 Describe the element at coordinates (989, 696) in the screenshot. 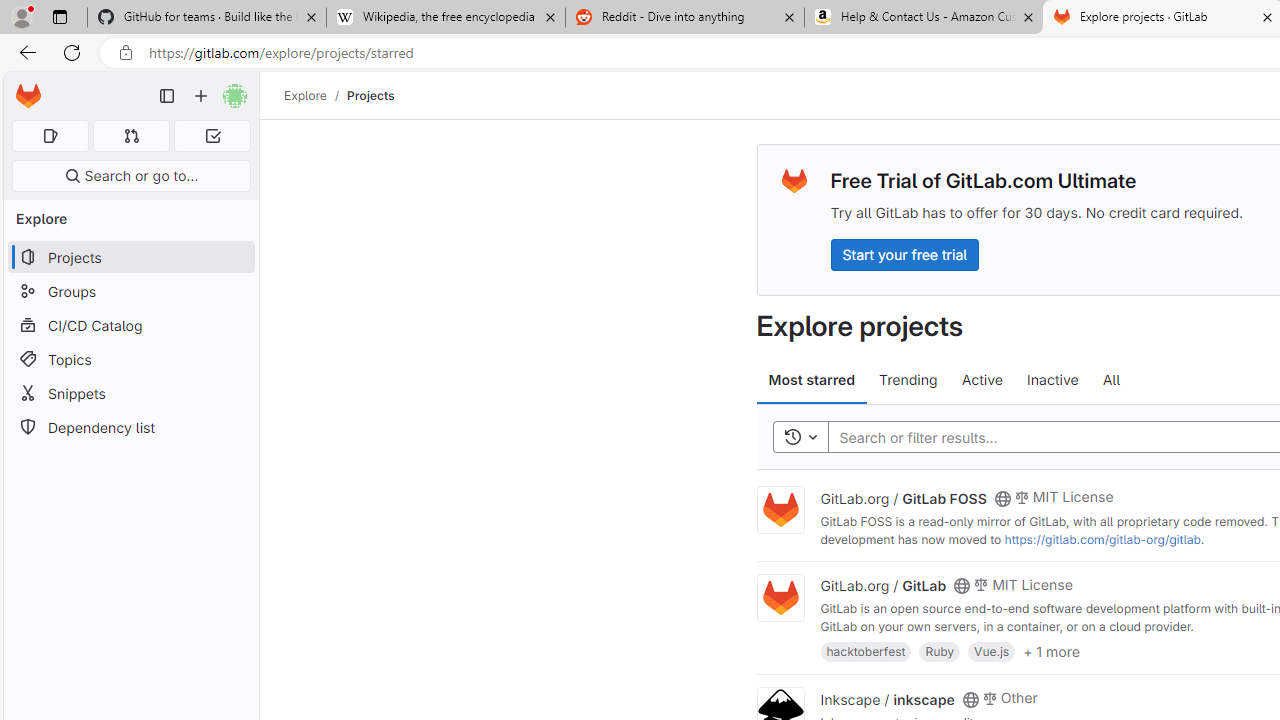

I see `'Class: s14 gl-mr-2'` at that location.